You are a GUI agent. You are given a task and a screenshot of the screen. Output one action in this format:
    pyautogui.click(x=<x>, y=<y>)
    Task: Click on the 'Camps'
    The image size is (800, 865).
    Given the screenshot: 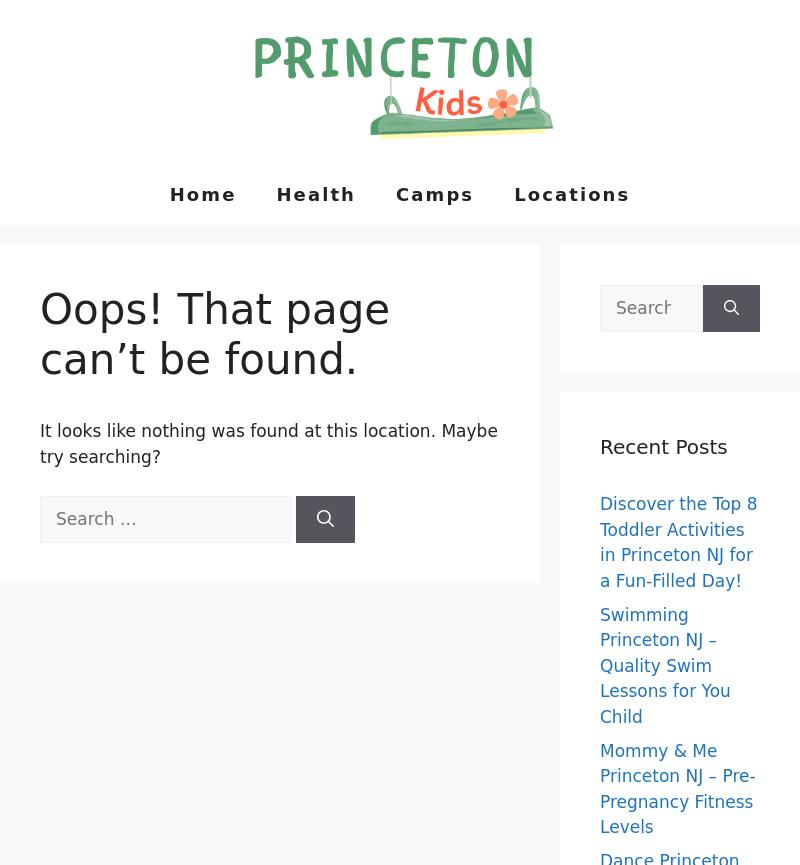 What is the action you would take?
    pyautogui.click(x=433, y=192)
    